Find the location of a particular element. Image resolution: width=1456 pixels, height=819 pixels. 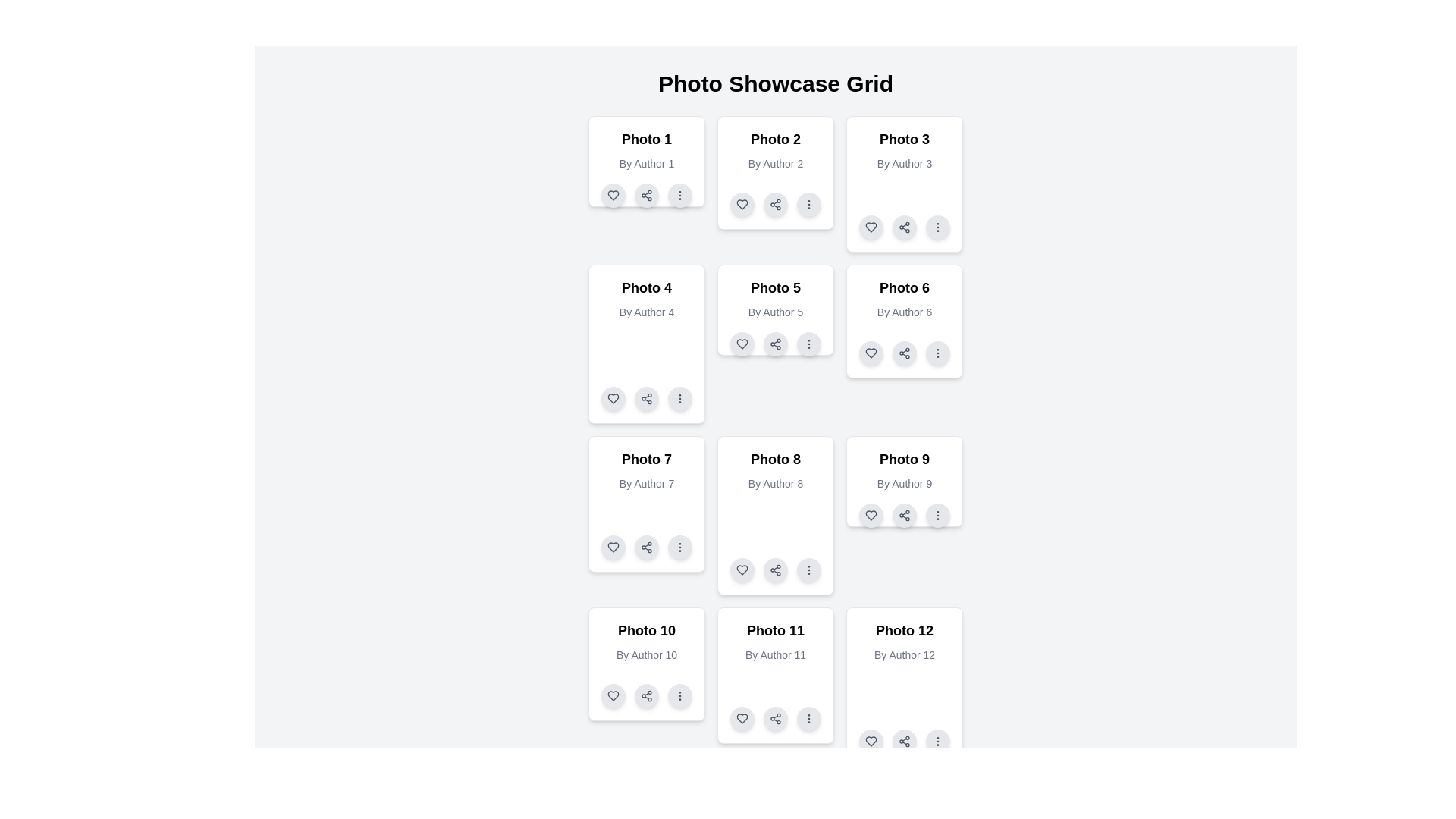

the circular button with a gray background and three vertically aligned dots (ellipsis) icon, which is the third element is located at coordinates (679, 195).